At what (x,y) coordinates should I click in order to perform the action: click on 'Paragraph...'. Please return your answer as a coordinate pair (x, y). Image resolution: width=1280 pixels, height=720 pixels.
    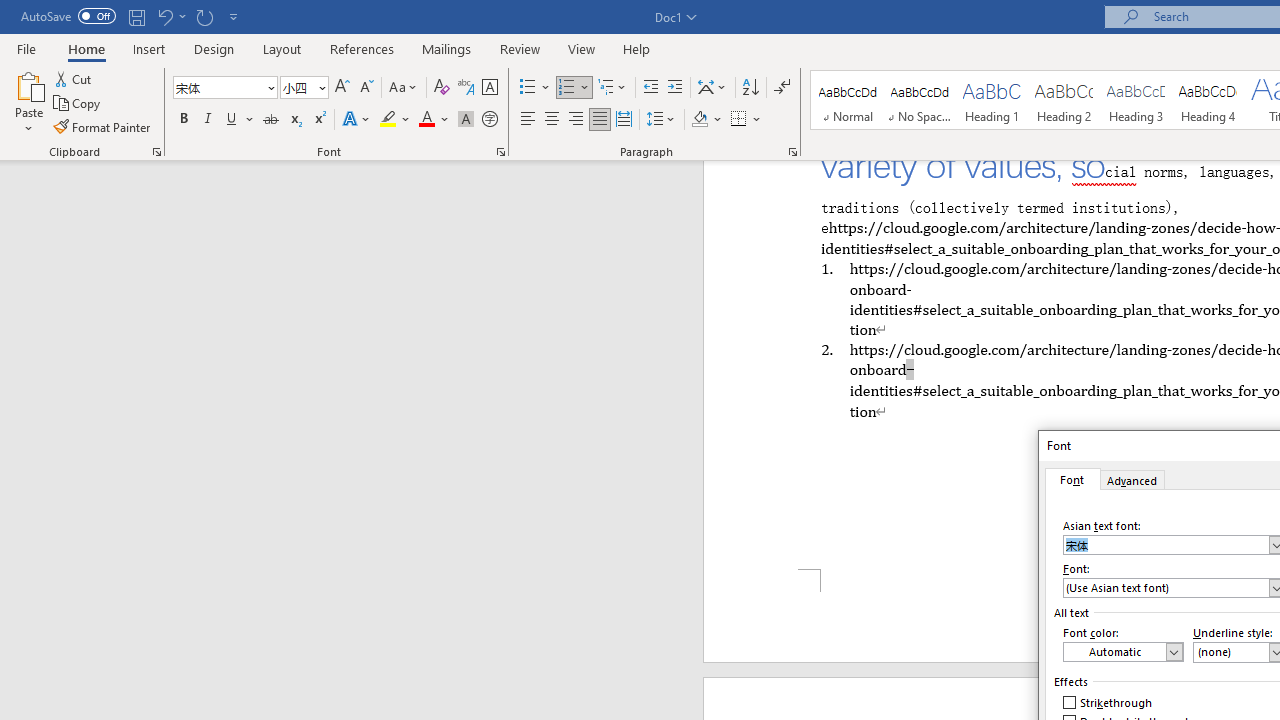
    Looking at the image, I should click on (791, 150).